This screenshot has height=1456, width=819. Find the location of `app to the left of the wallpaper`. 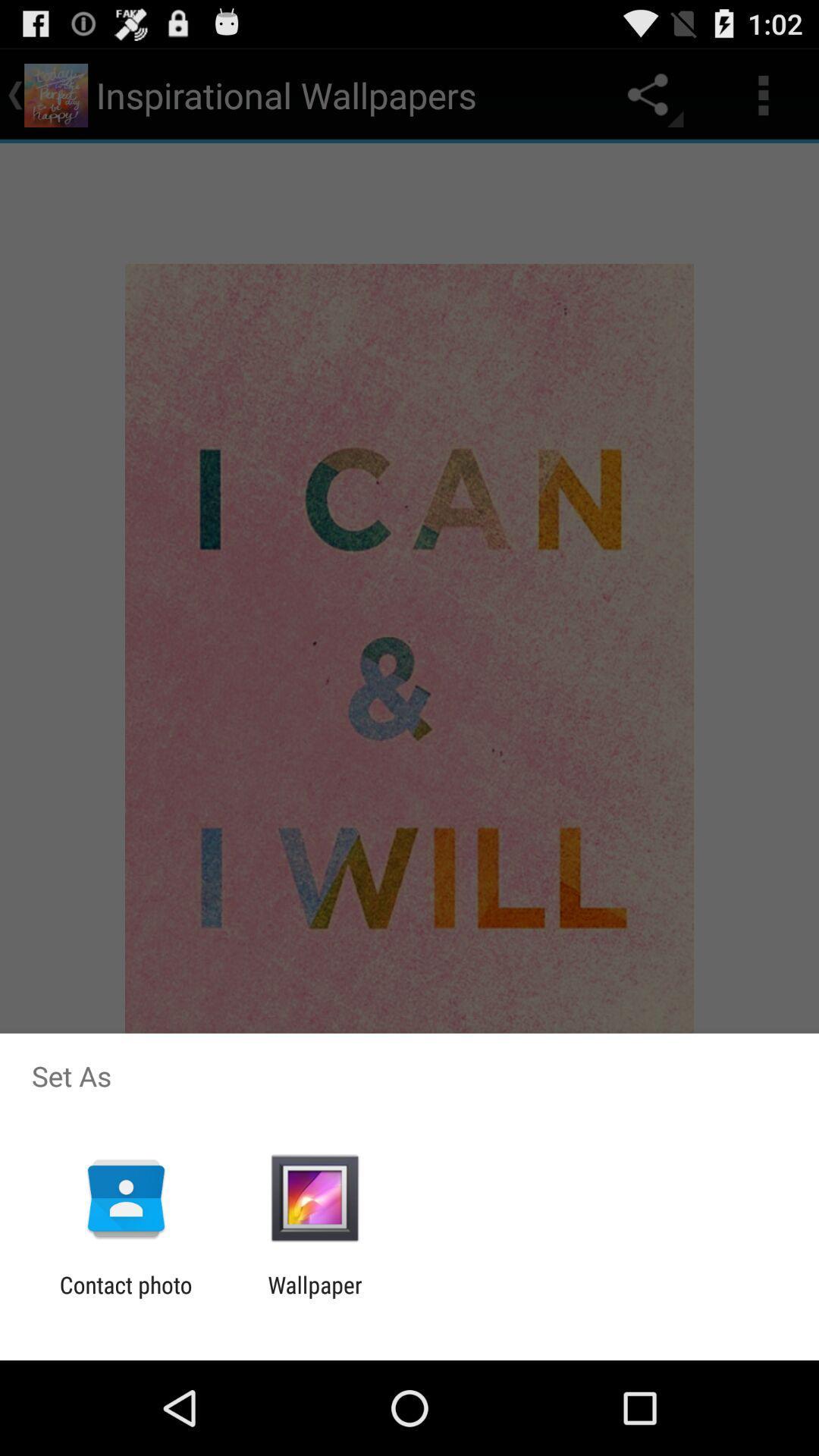

app to the left of the wallpaper is located at coordinates (125, 1298).